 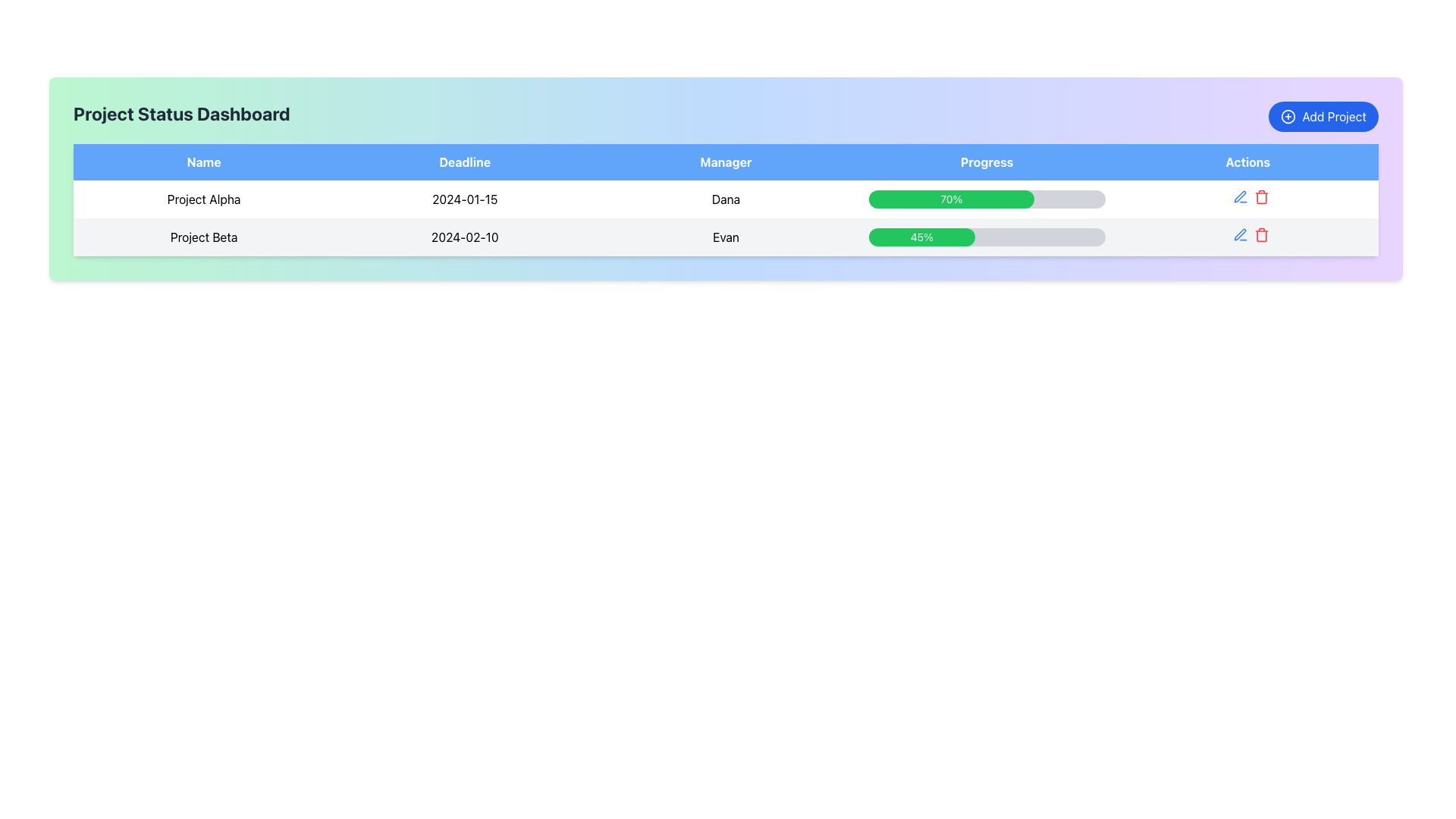 What do you see at coordinates (1261, 196) in the screenshot?
I see `the delete button located in the 'Actions' column of the second row for the 'Project Beta' entry` at bounding box center [1261, 196].